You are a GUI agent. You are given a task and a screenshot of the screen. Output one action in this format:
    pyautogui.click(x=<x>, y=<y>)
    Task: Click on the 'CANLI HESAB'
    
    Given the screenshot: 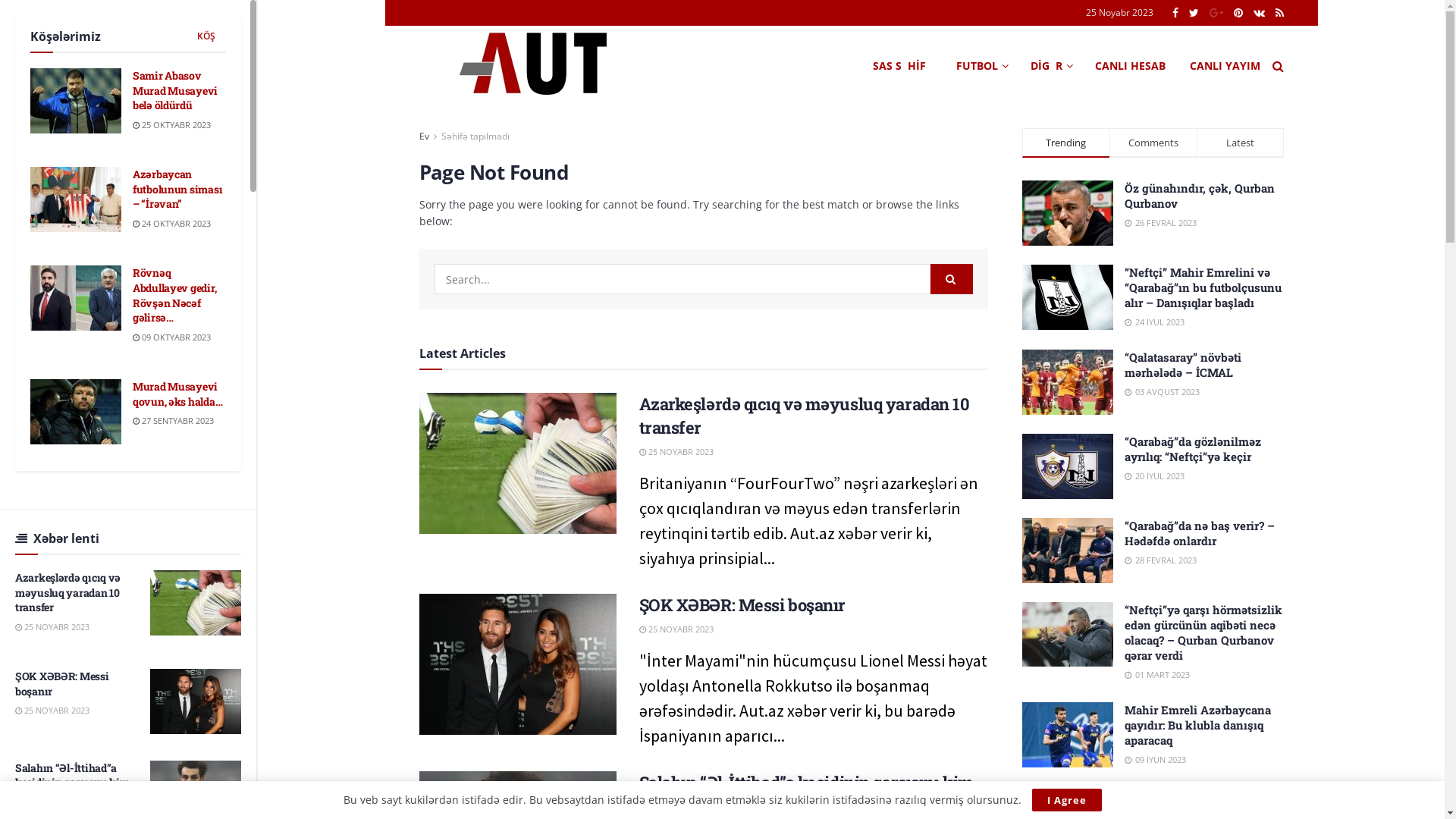 What is the action you would take?
    pyautogui.click(x=1130, y=65)
    